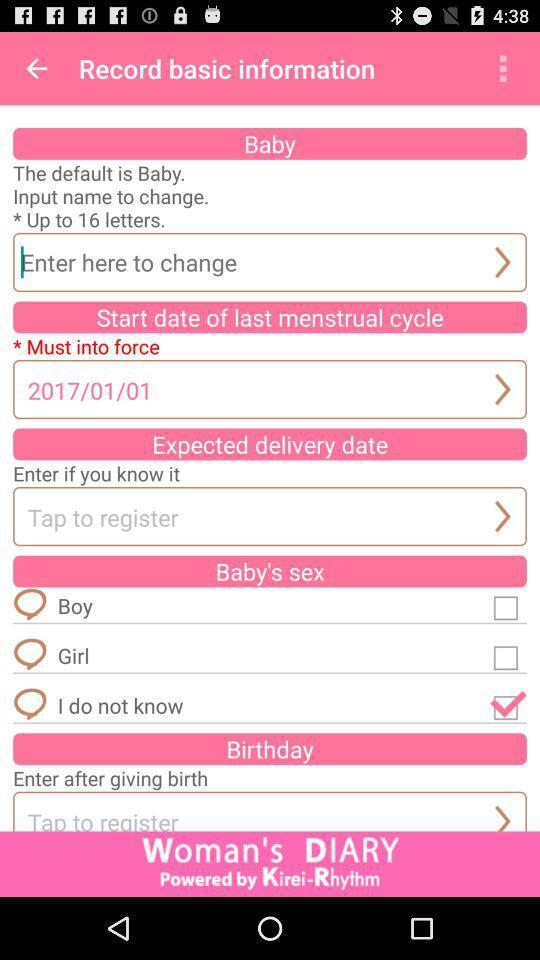  Describe the element at coordinates (508, 705) in the screenshot. I see `this button was select option` at that location.